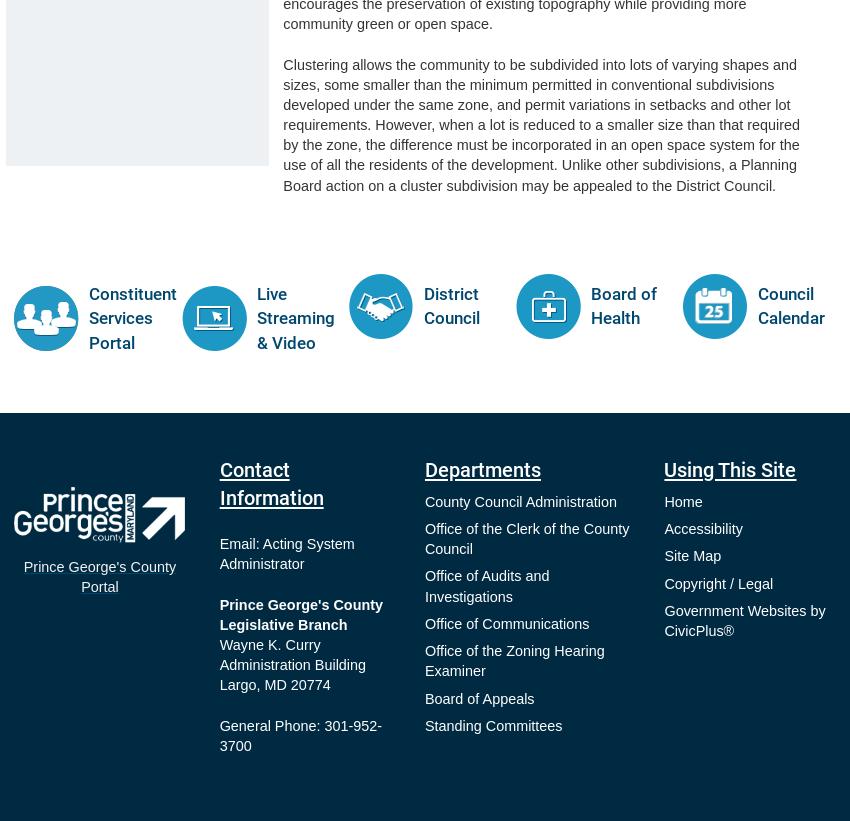 This screenshot has width=850, height=821. What do you see at coordinates (744, 620) in the screenshot?
I see `'Government Websites by CivicPlus®'` at bounding box center [744, 620].